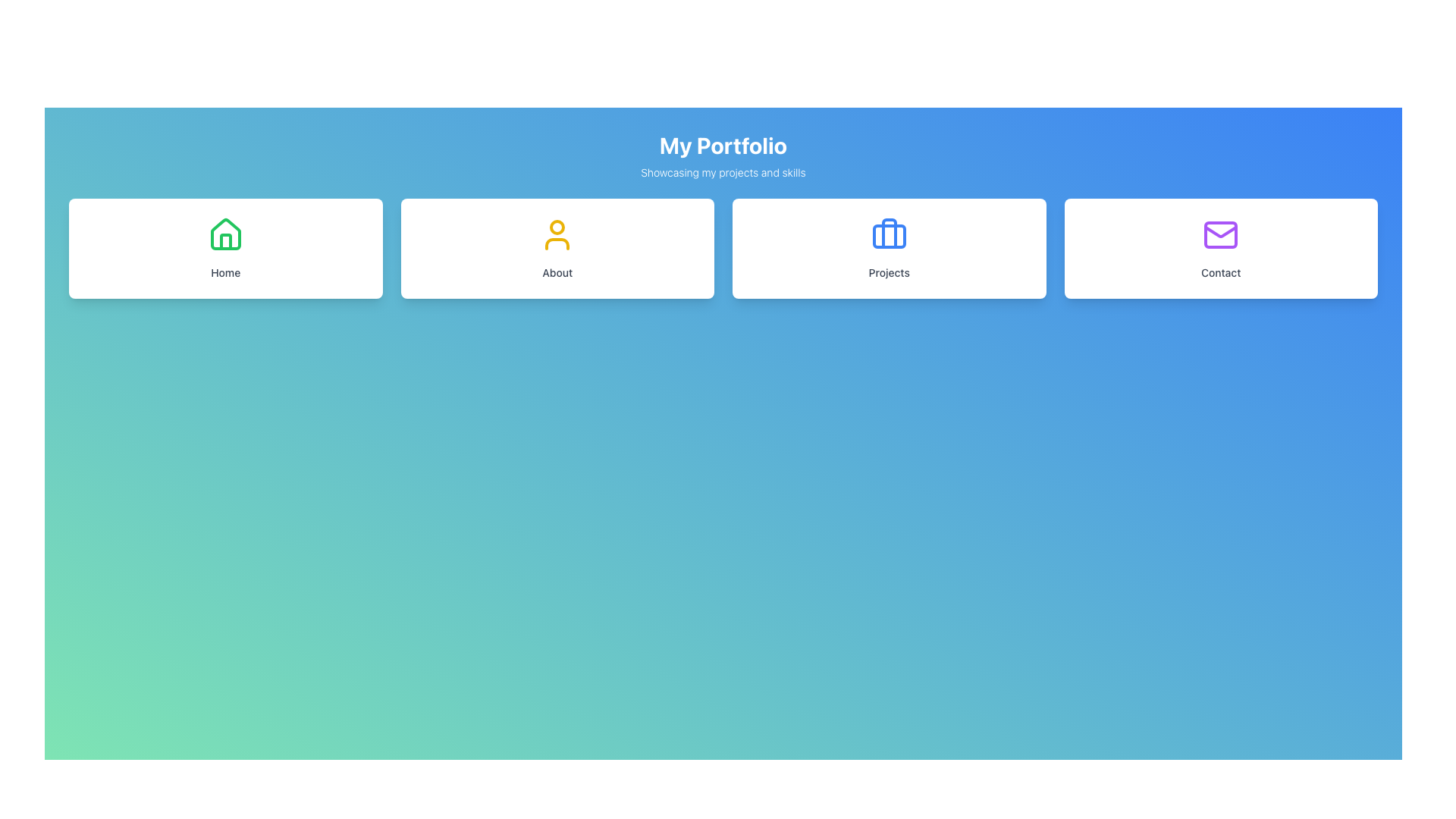 The height and width of the screenshot is (819, 1456). What do you see at coordinates (889, 234) in the screenshot?
I see `the vertical rectangular handle of the briefcase icon located in the center of the third option from the left in the main interface row` at bounding box center [889, 234].